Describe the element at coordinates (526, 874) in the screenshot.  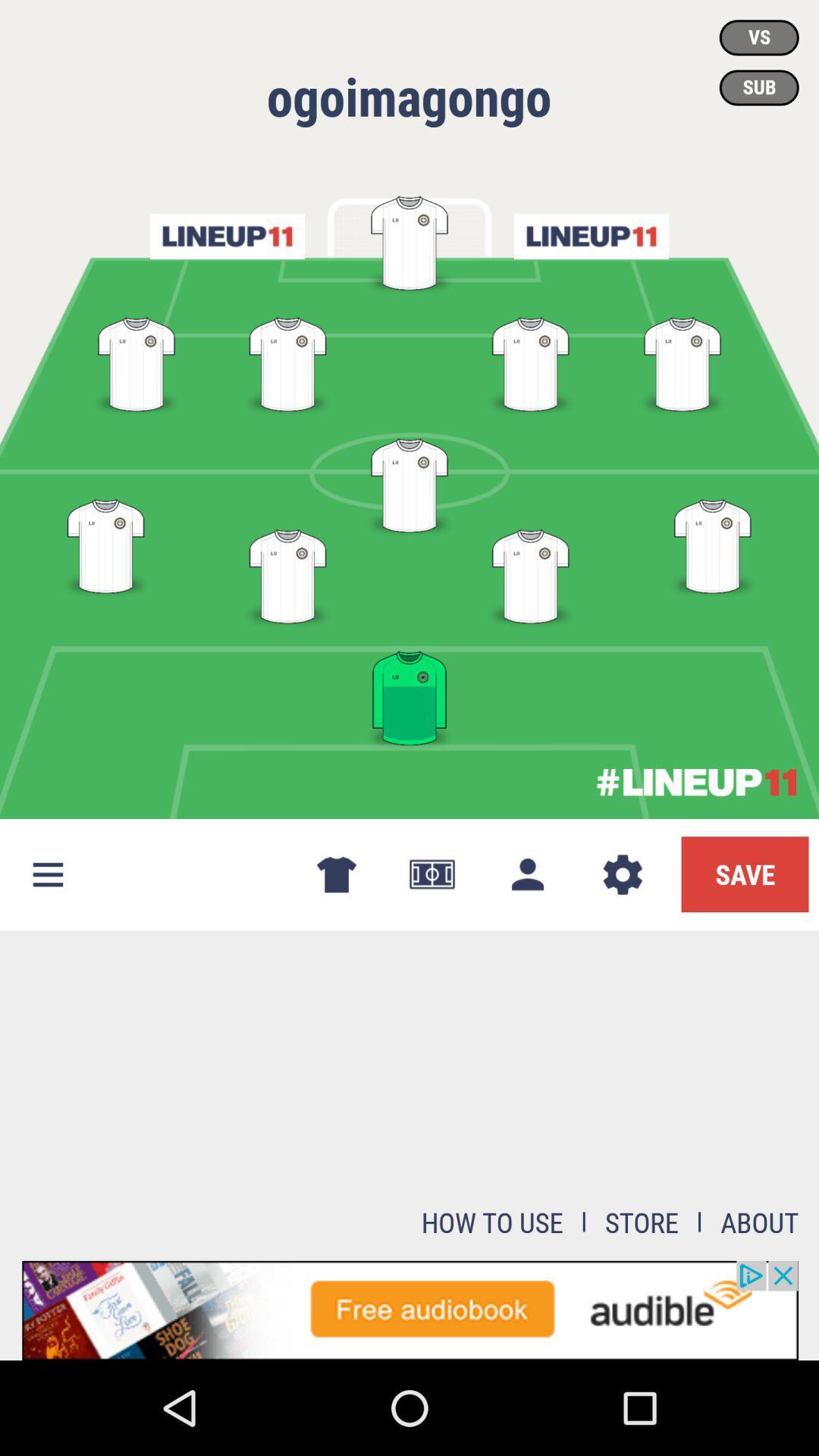
I see `the avatar icon` at that location.